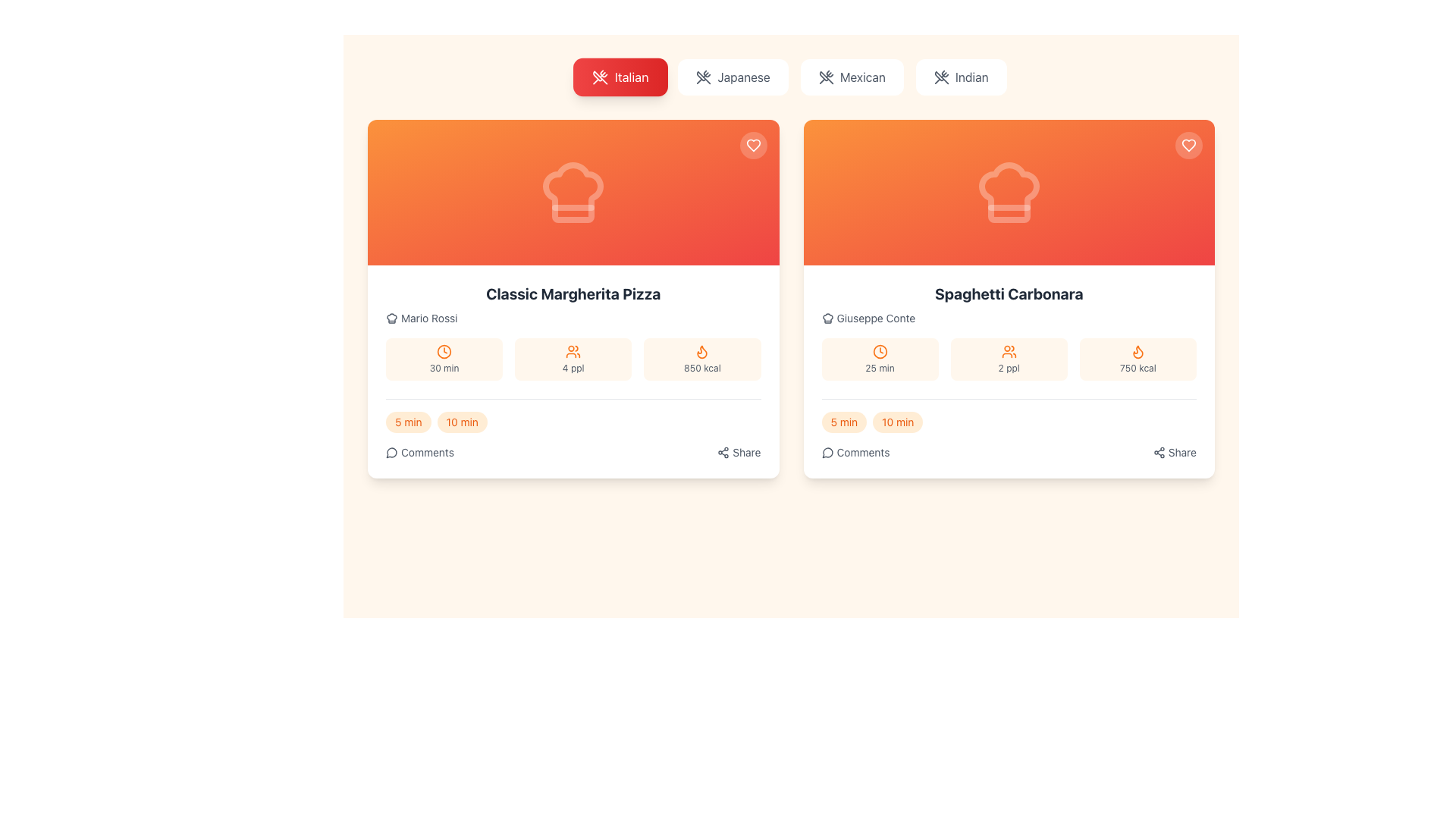 The height and width of the screenshot is (819, 1456). Describe the element at coordinates (444, 351) in the screenshot. I see `the decorative SVG component that represents the preparation time for the recipe, located in the left card below 'Mario Rossi' and above the '30 min' text` at that location.